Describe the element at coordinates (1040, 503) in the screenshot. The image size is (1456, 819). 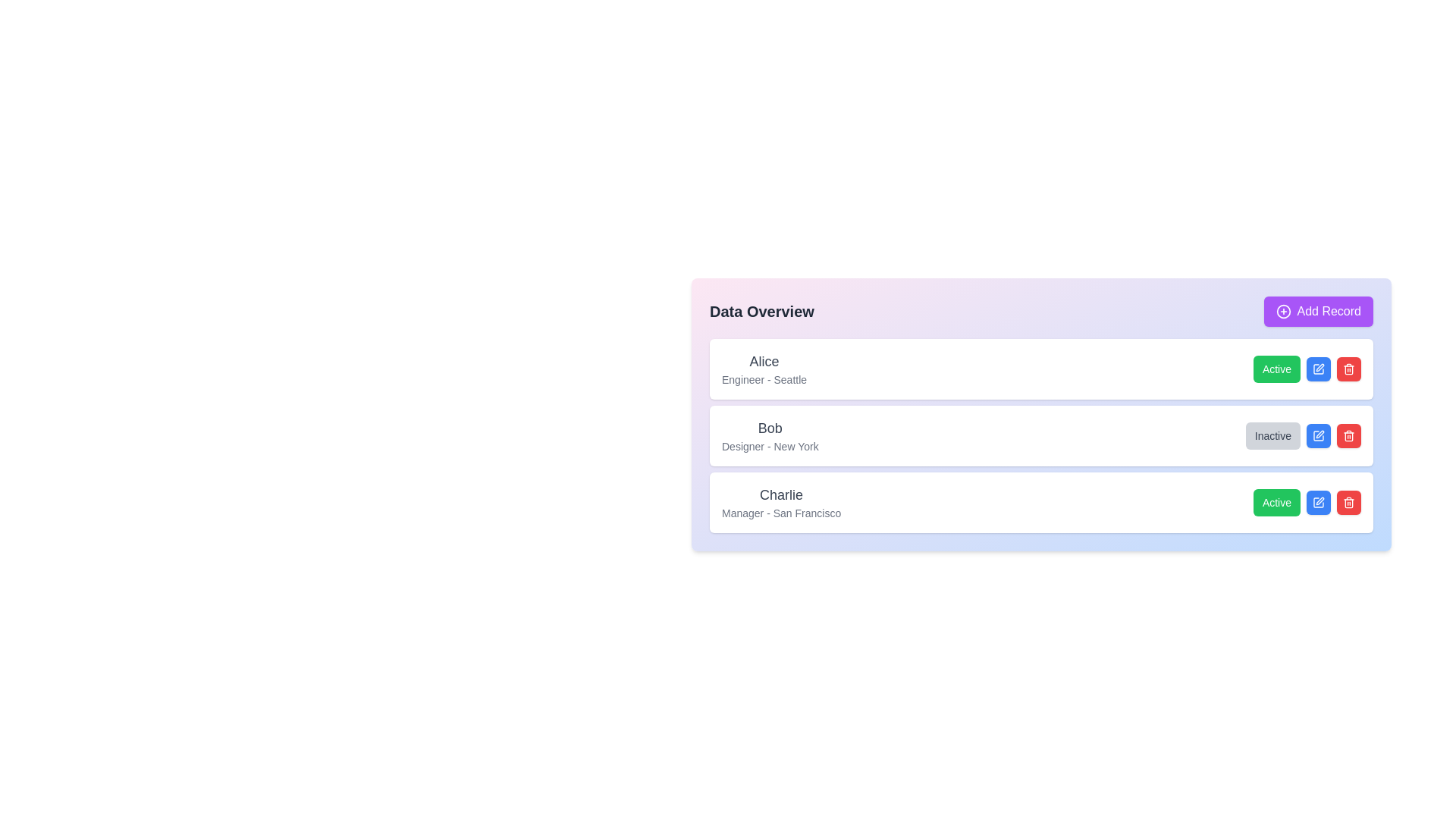
I see `the card displaying 'Charlie', who is a 'Manager - San Francisco' with status 'Active', positioned as the third item in a vertical list of similar cards` at that location.